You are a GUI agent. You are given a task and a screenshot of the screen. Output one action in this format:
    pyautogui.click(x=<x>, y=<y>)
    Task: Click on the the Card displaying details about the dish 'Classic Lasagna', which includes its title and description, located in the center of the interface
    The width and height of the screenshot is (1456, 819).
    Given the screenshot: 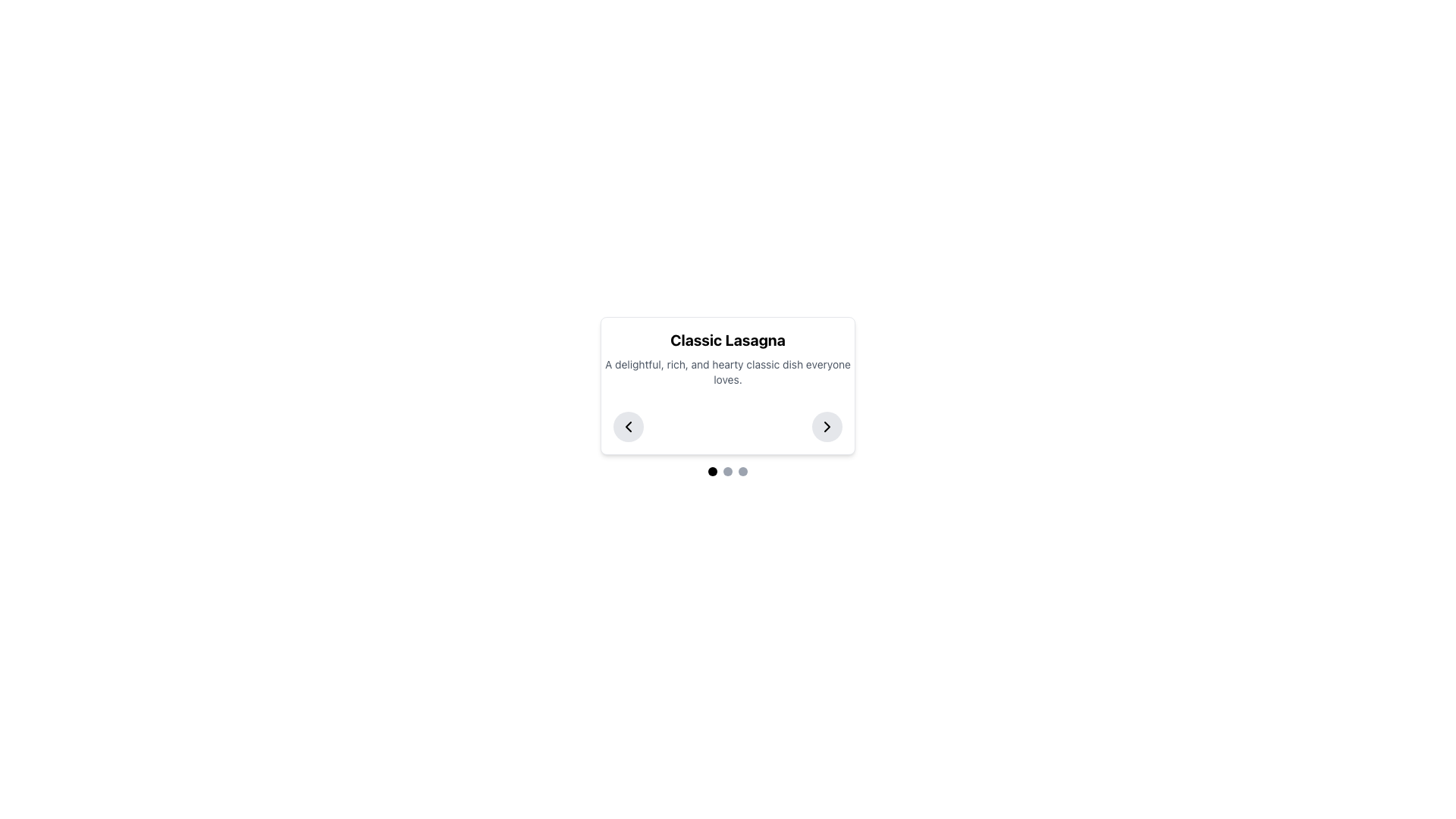 What is the action you would take?
    pyautogui.click(x=728, y=396)
    